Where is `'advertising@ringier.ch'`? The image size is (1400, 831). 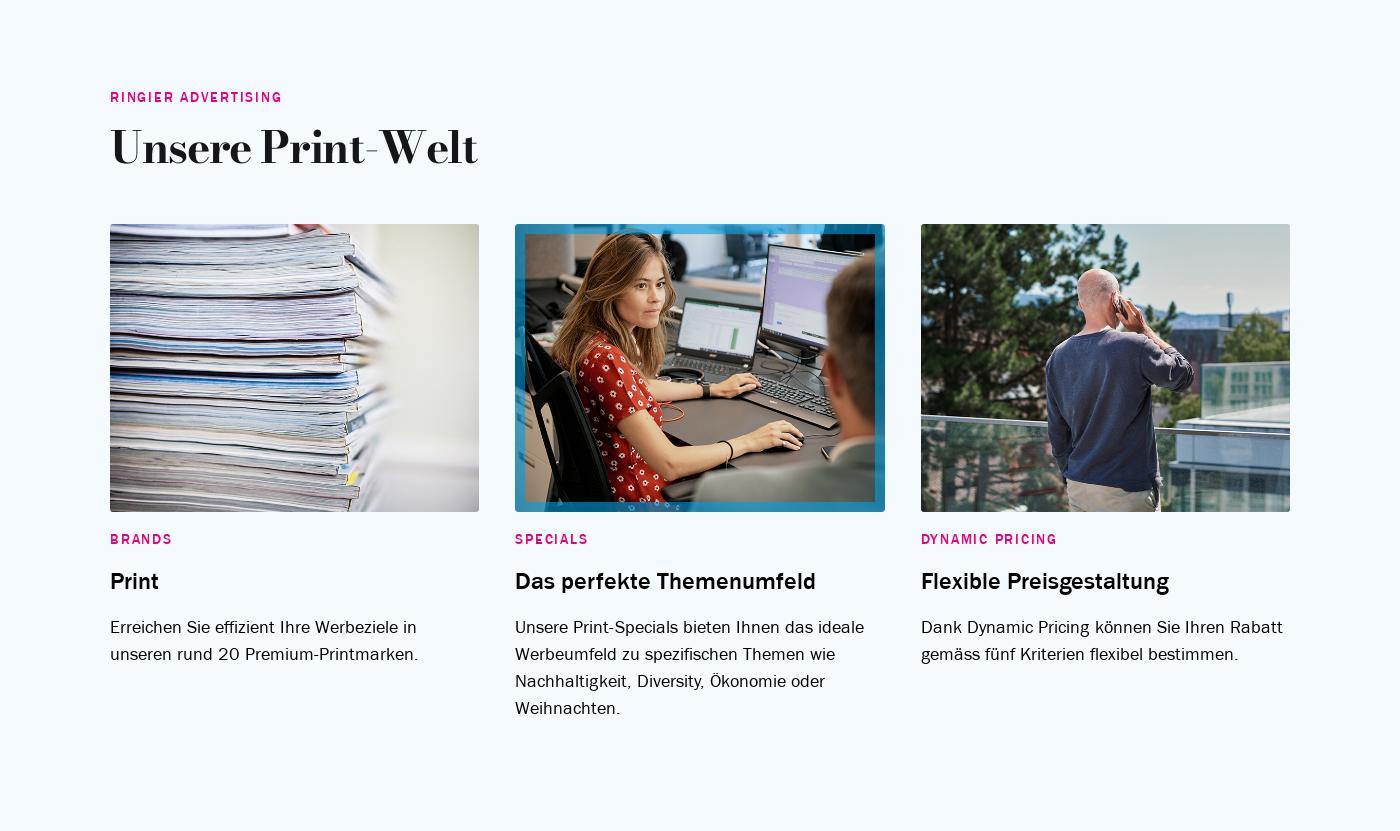 'advertising@ringier.ch' is located at coordinates (1285, 537).